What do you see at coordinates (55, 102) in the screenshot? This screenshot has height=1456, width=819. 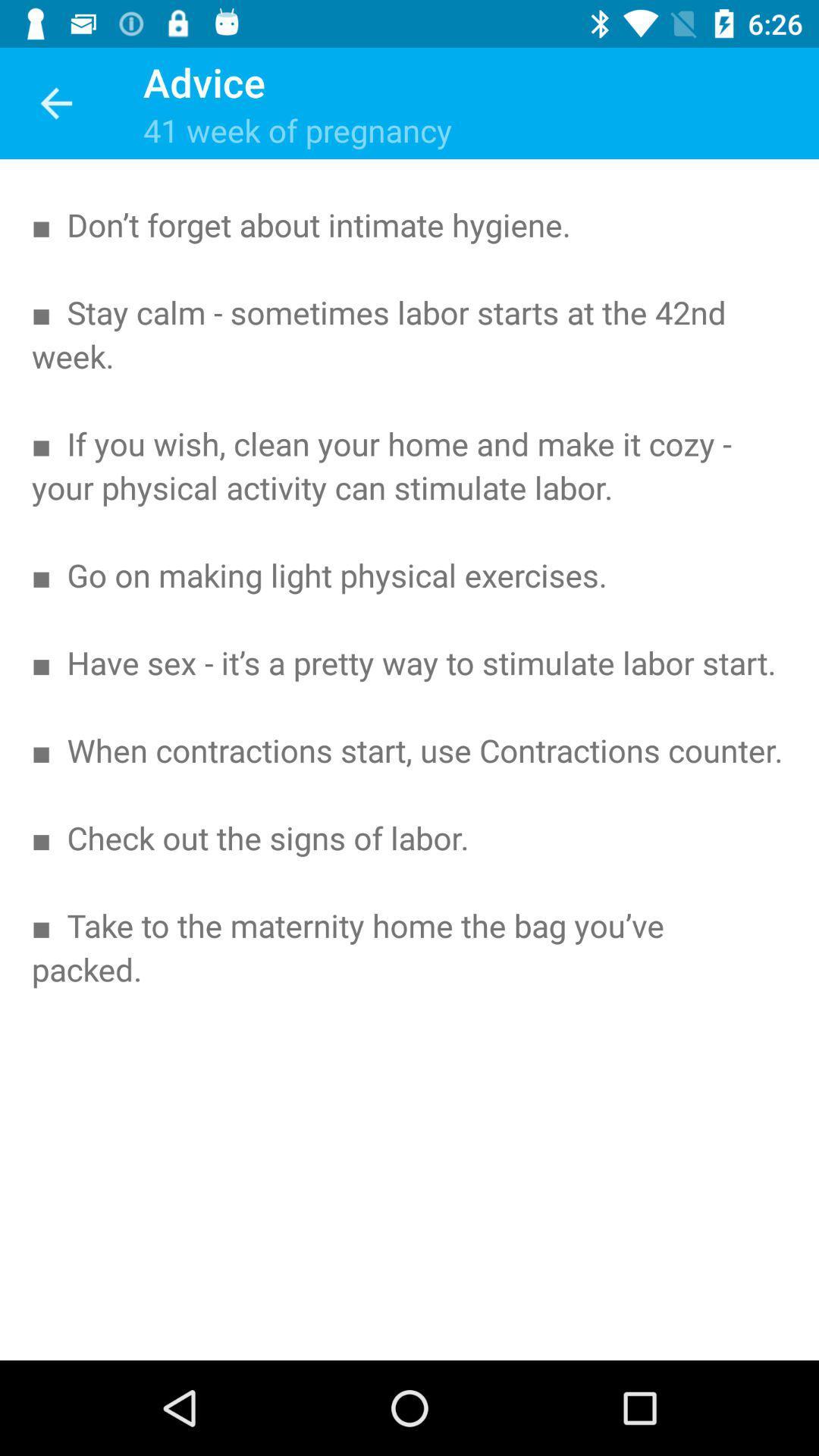 I see `the item above the don t forget item` at bounding box center [55, 102].